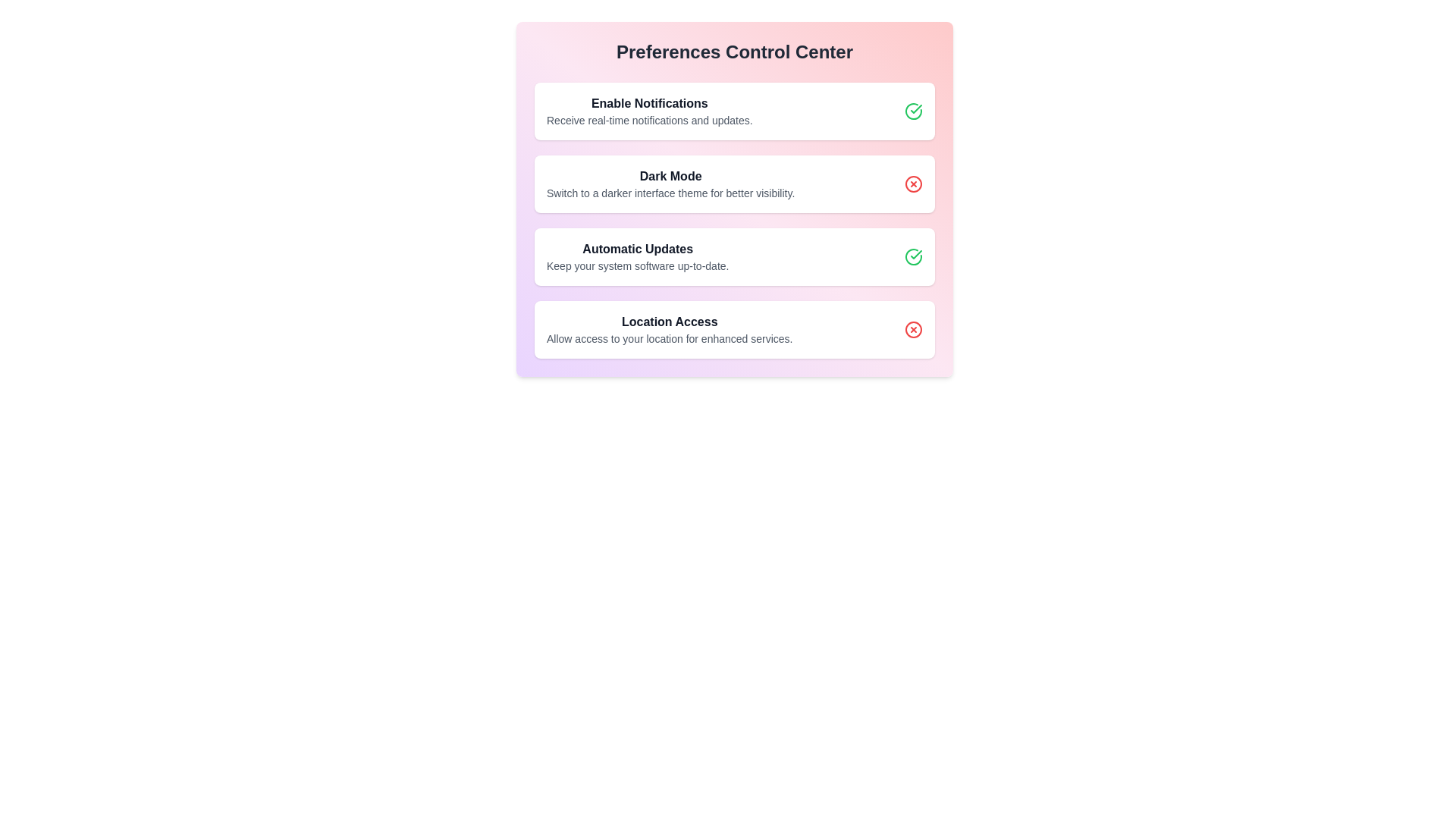  Describe the element at coordinates (670, 184) in the screenshot. I see `descriptive text of the 'Dark Mode' settings option, which states 'Switch to a darker interface theme for better visibility.'` at that location.